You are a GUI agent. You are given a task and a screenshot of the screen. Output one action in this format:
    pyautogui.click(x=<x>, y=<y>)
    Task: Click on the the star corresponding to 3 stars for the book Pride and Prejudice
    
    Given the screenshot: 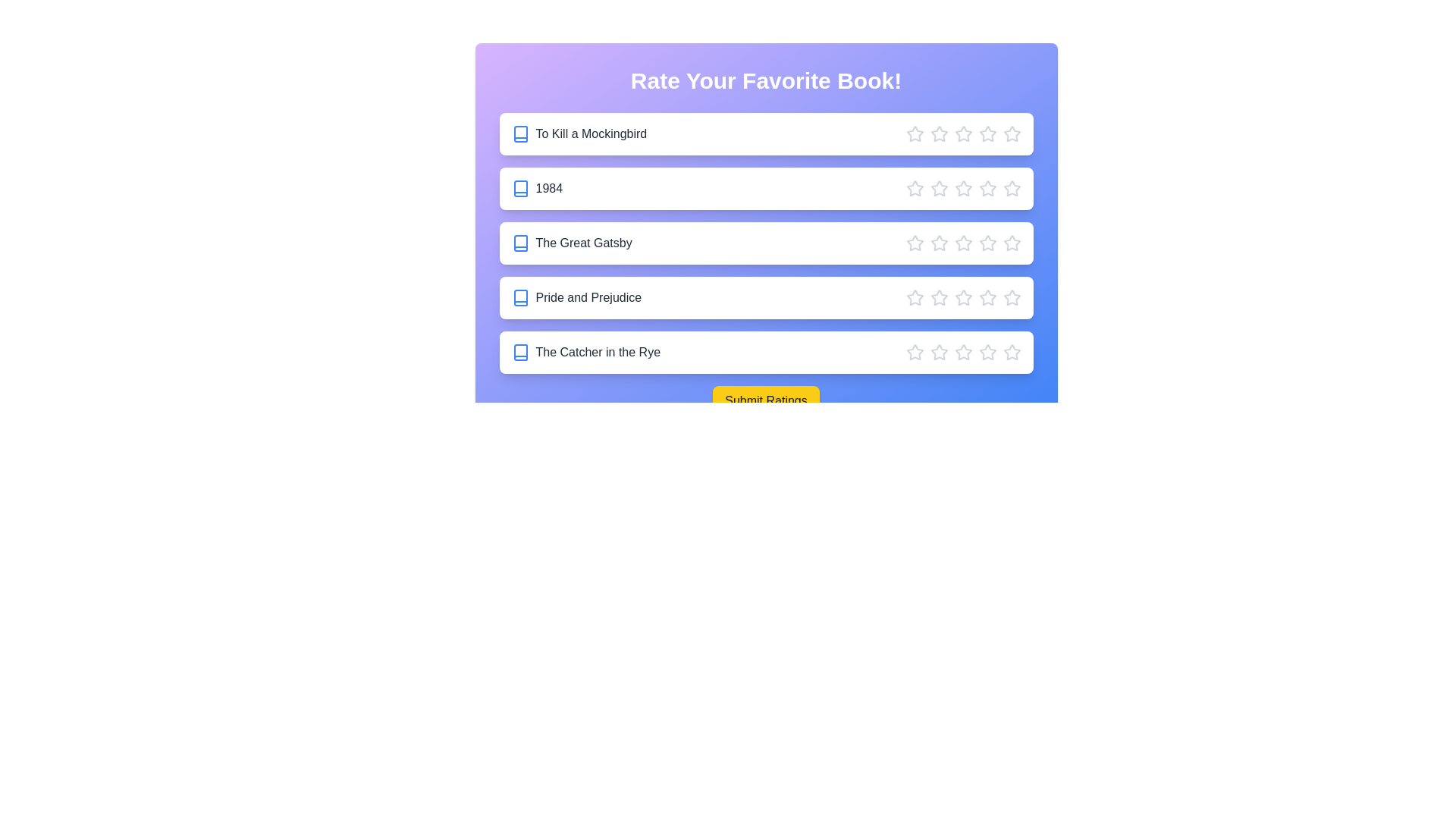 What is the action you would take?
    pyautogui.click(x=962, y=298)
    